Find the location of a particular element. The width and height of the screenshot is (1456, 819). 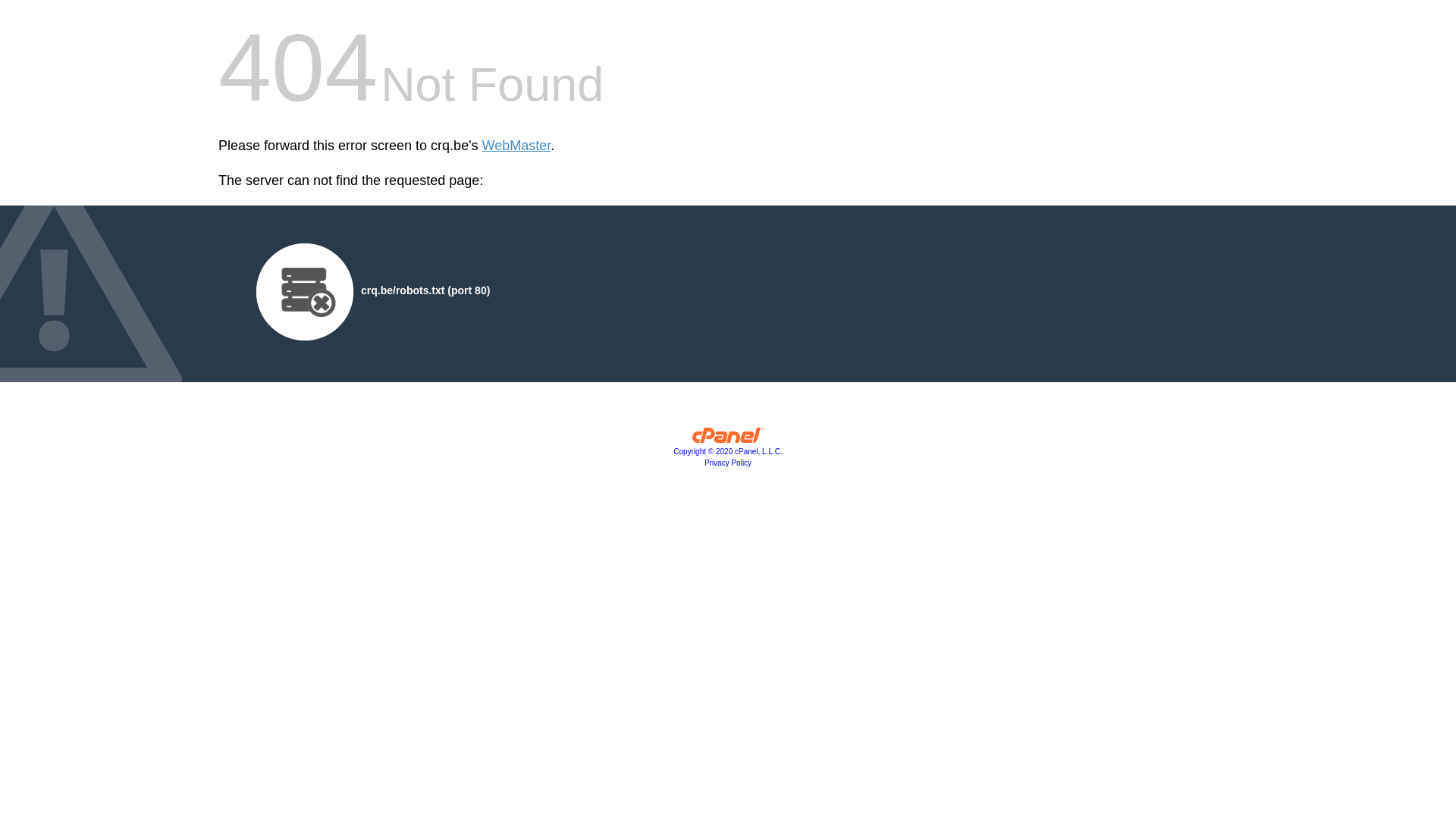

'cPanel, Inc.' is located at coordinates (728, 438).